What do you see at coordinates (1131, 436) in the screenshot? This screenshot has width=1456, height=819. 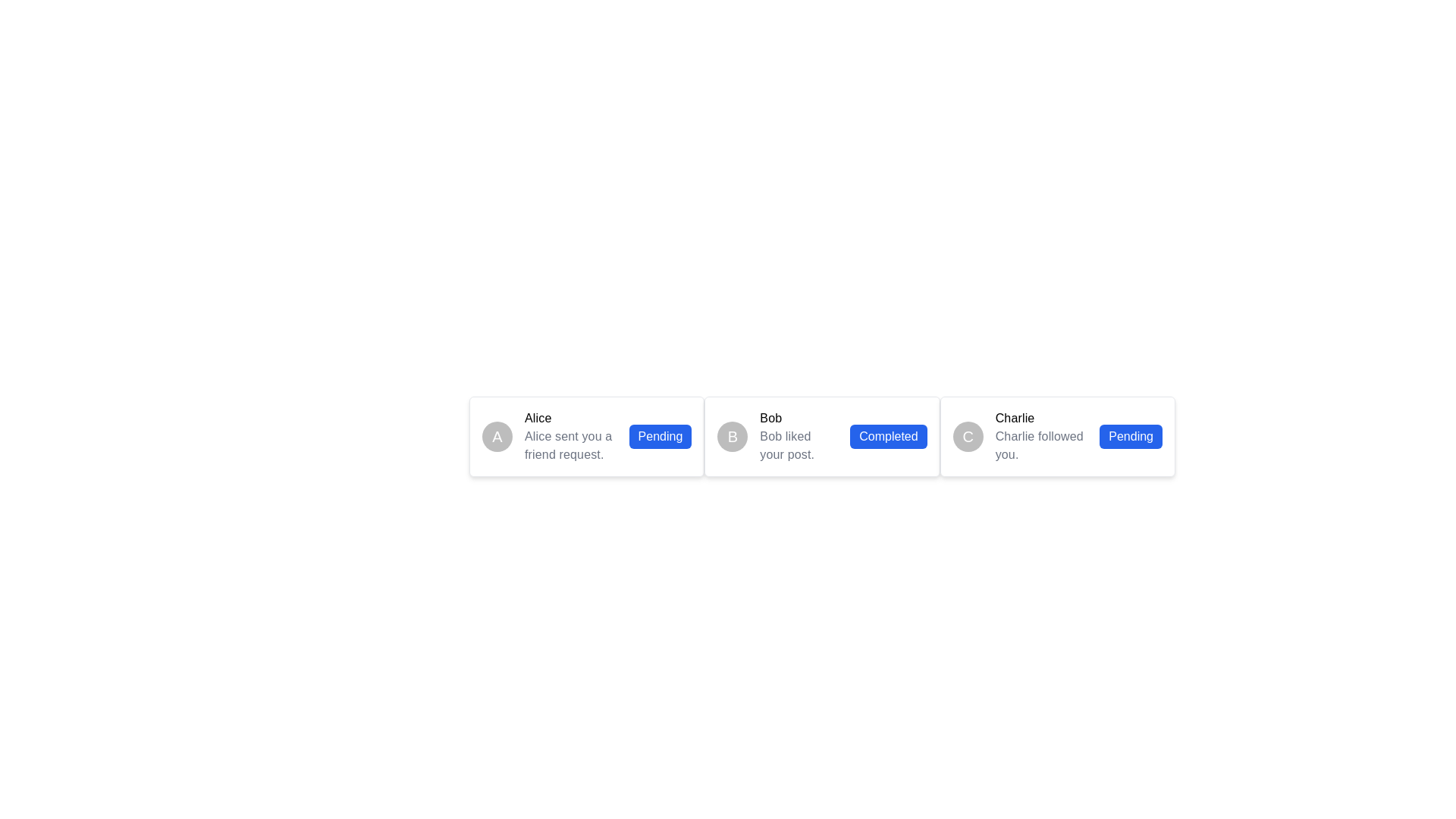 I see `the status indicator button displaying the text 'Pending', located in the rightmost card, next` at bounding box center [1131, 436].